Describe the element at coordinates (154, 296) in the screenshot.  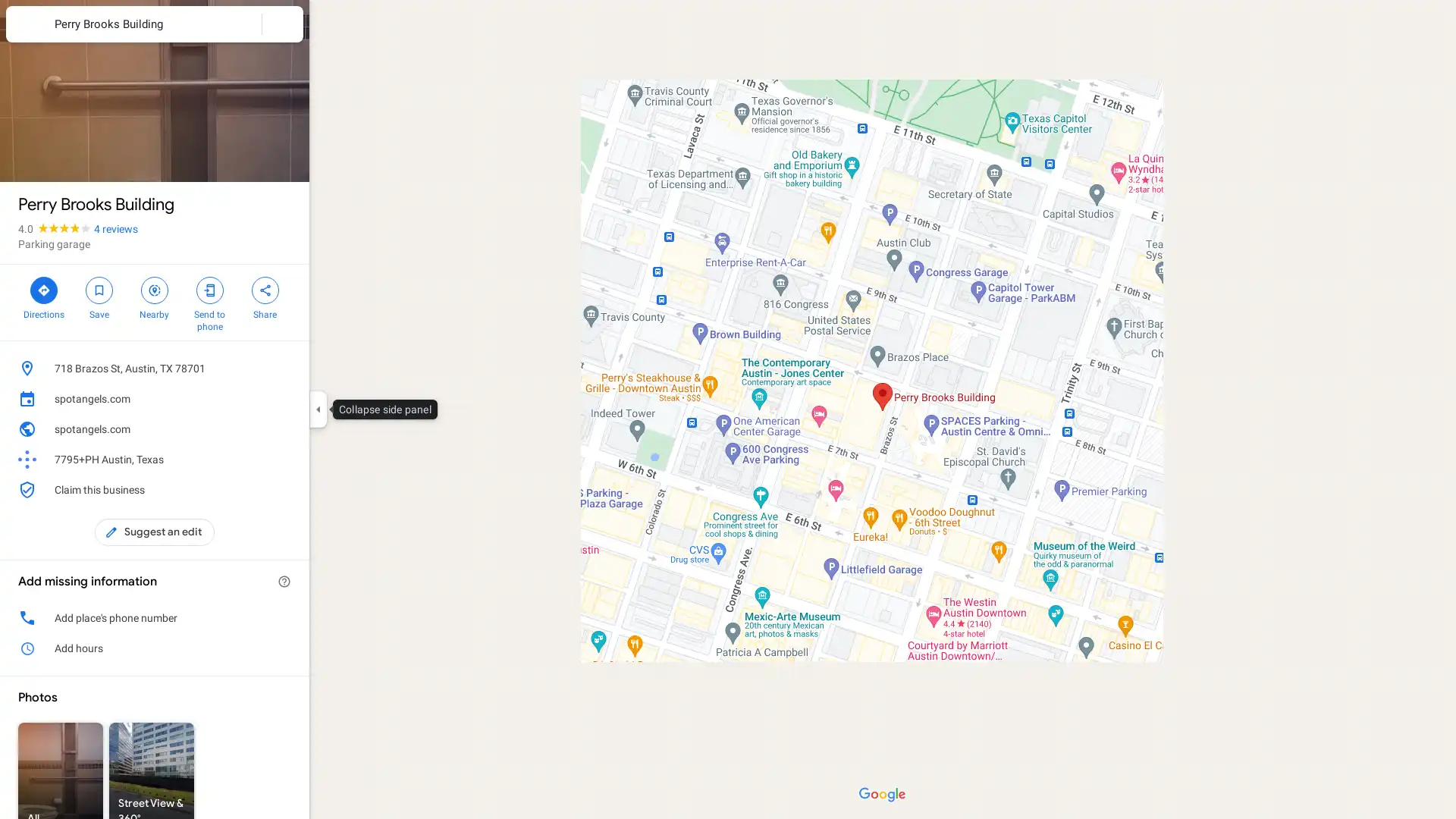
I see `Search nearby Perry Brooks Building` at that location.